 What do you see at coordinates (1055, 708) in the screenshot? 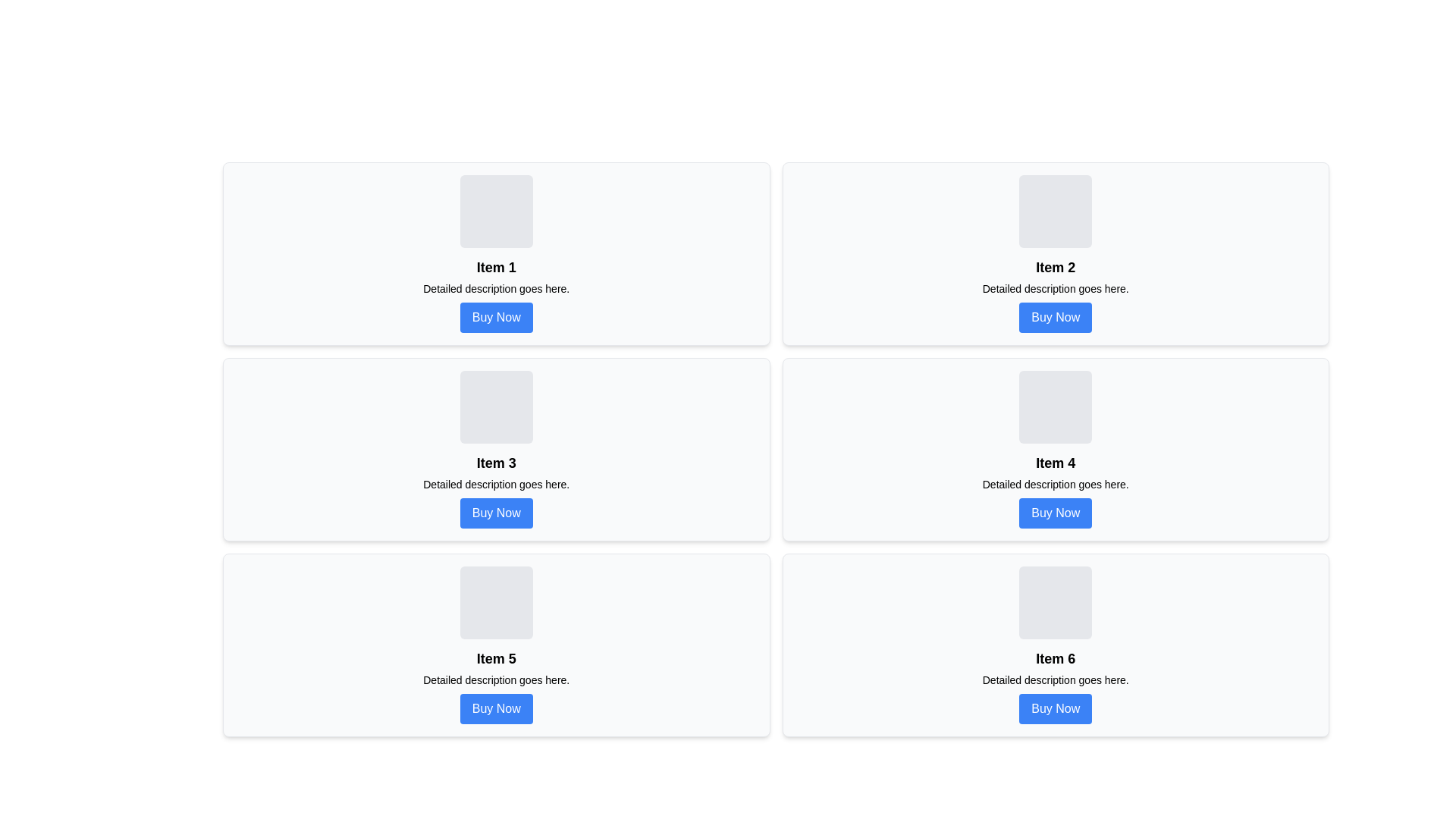
I see `the fourth button in the grid layout for 'Item 6' to initiate a purchase action` at bounding box center [1055, 708].